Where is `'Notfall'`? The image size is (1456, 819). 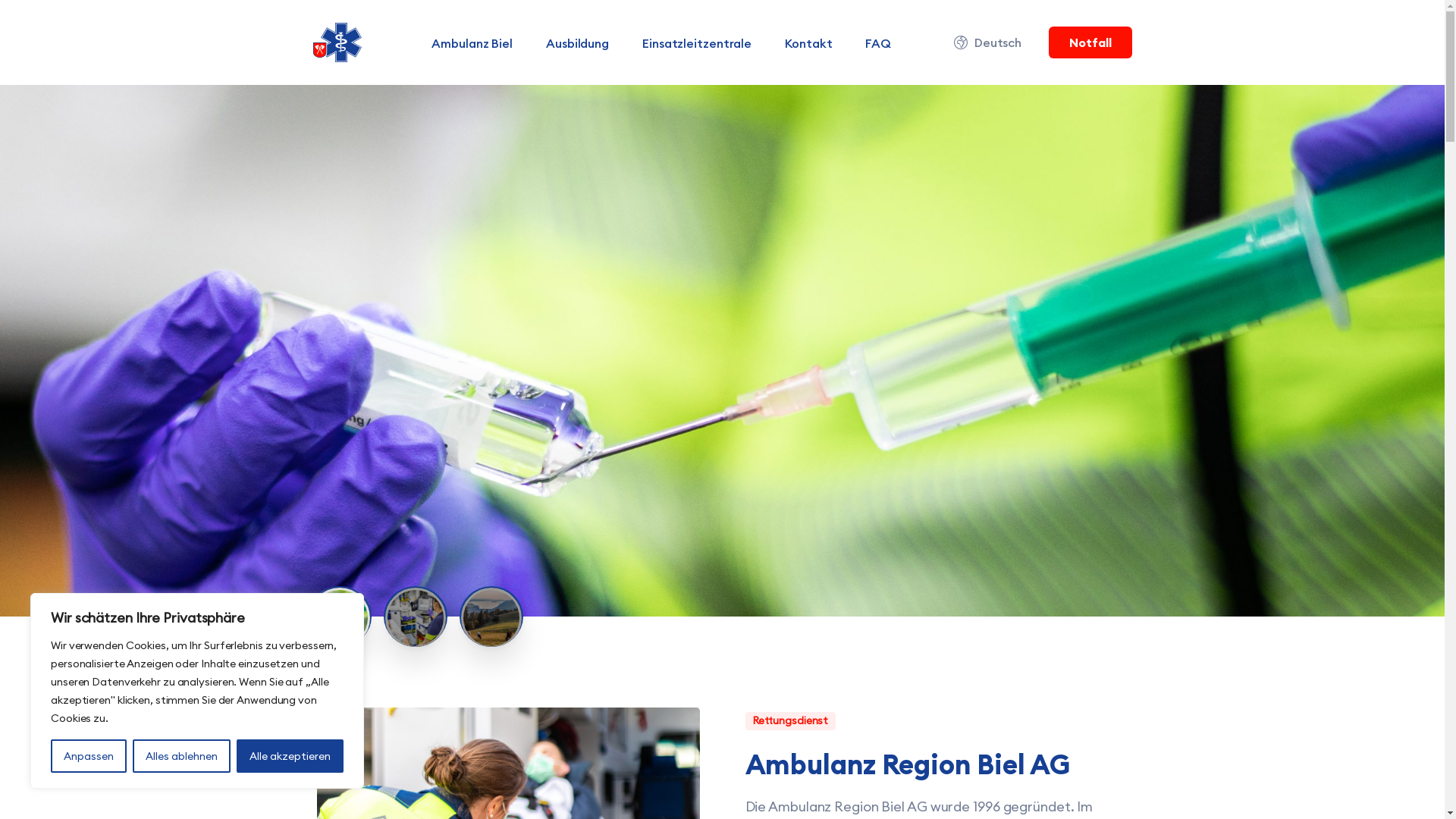 'Notfall' is located at coordinates (1089, 42).